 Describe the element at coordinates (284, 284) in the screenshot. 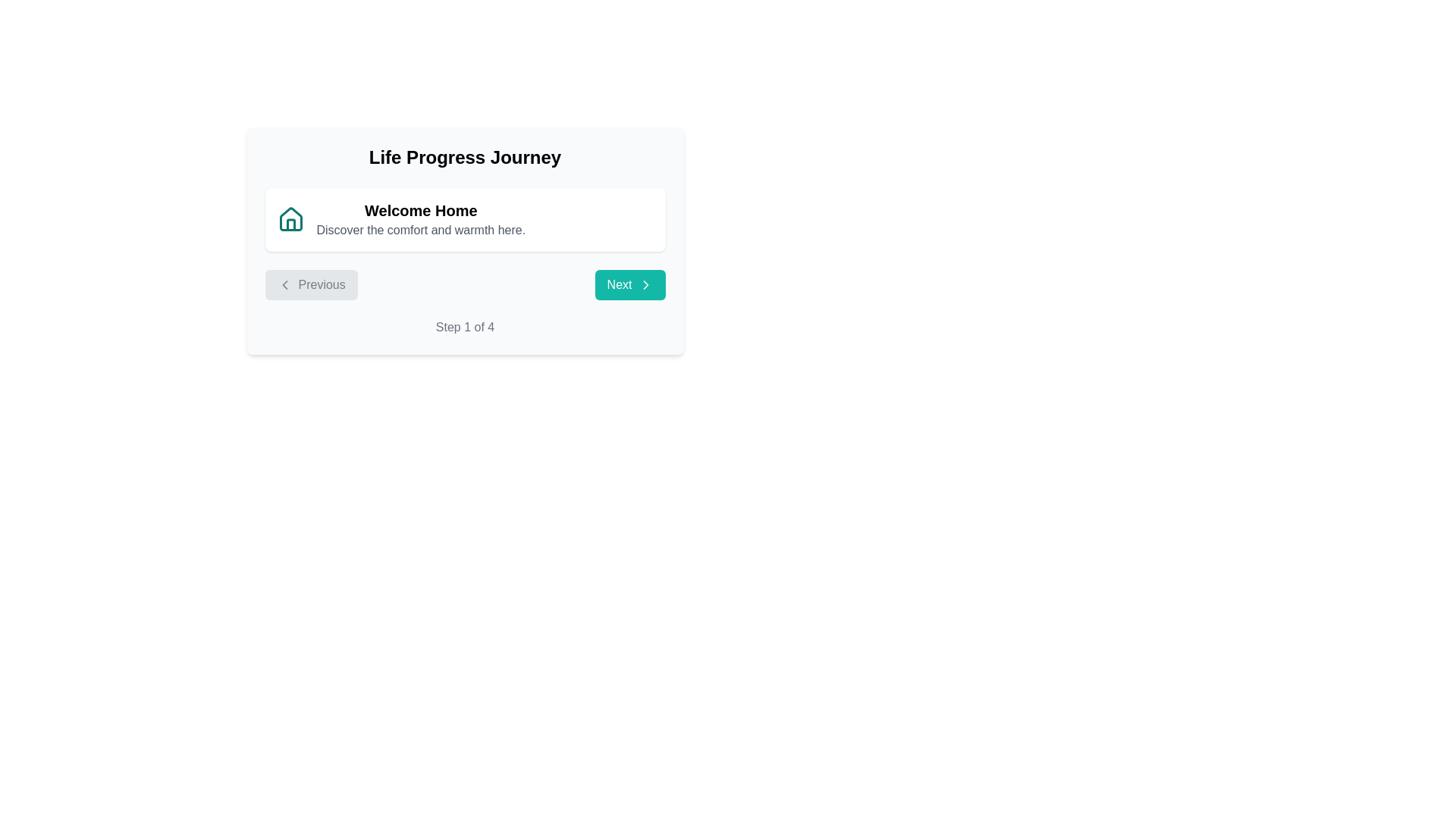

I see `the 'Previous' button icon located on the left side of the button, adjacent to the text label 'Previous'` at that location.